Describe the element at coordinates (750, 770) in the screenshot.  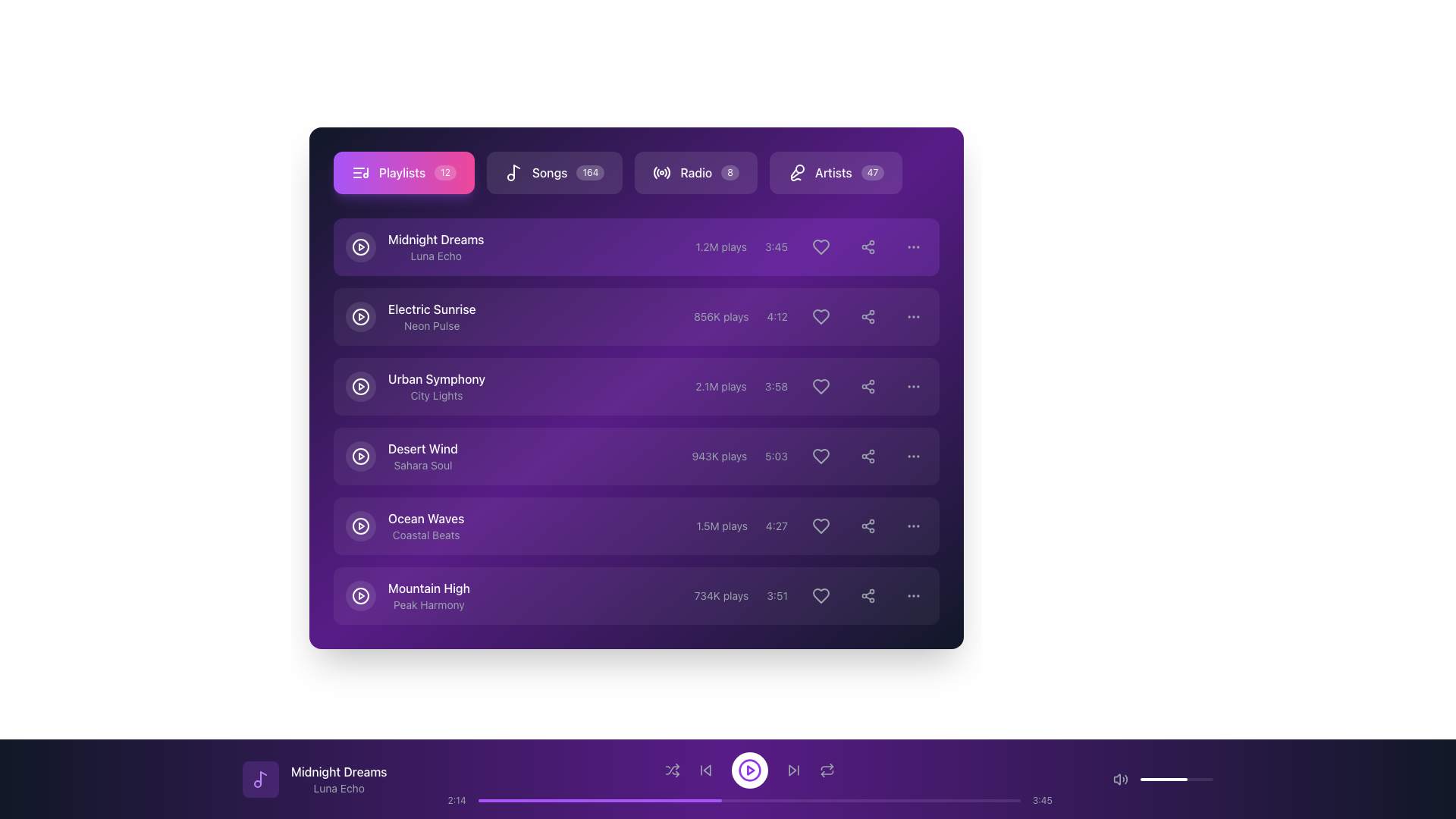
I see `the circular play button with a purple border and triangular play symbol` at that location.